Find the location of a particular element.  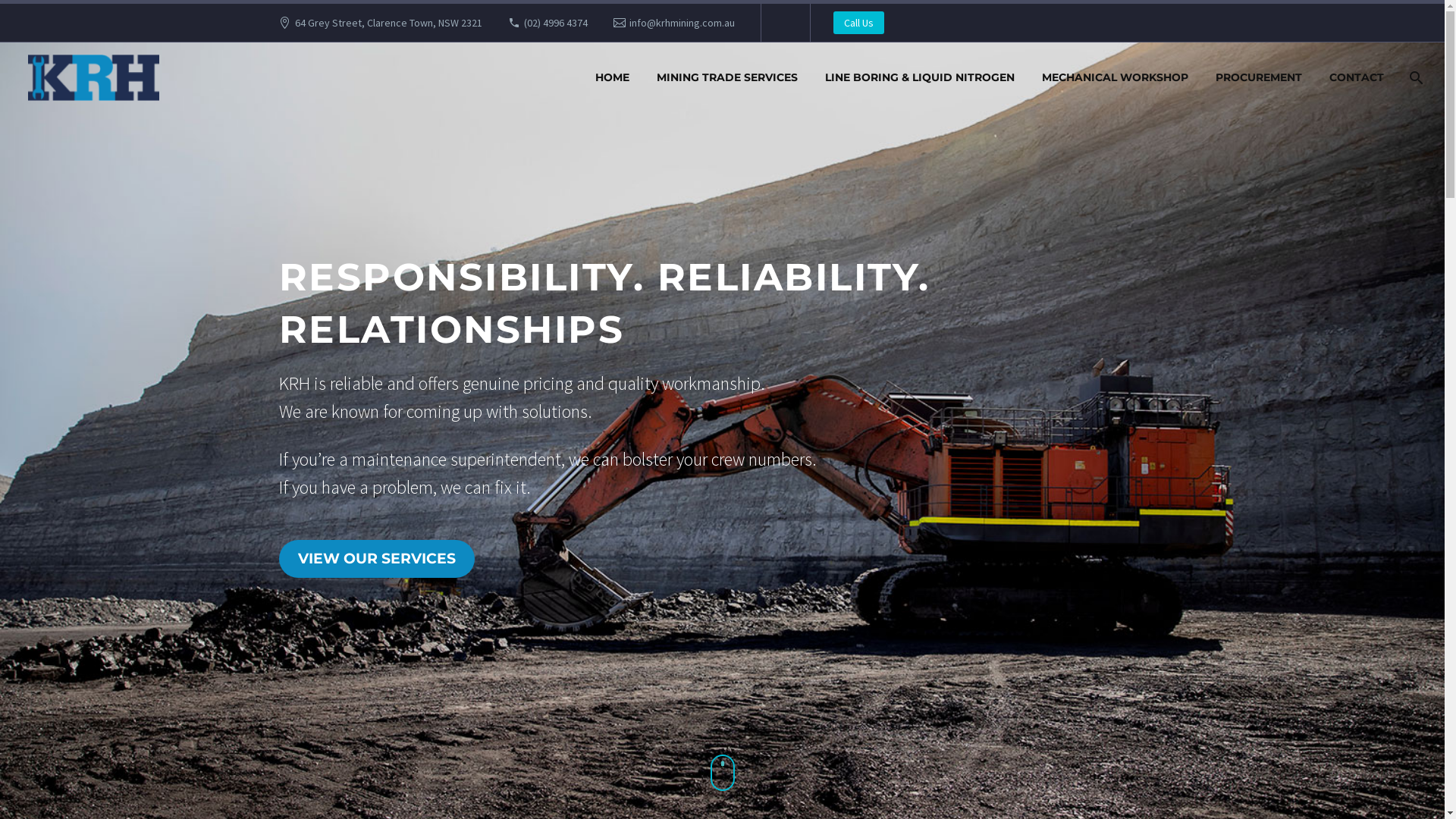

'PROCUREMENT' is located at coordinates (1259, 77).